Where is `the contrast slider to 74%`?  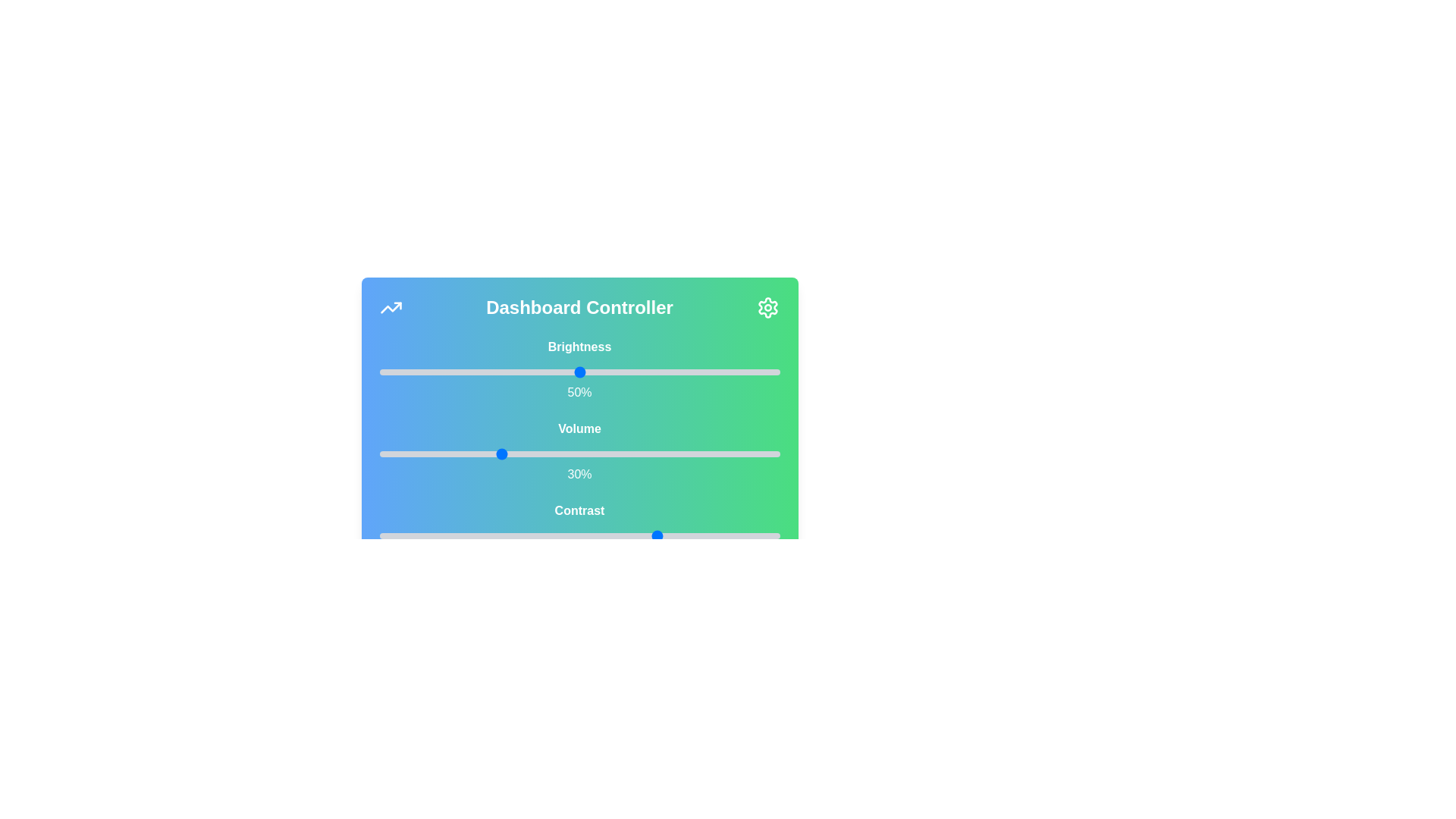
the contrast slider to 74% is located at coordinates (675, 535).